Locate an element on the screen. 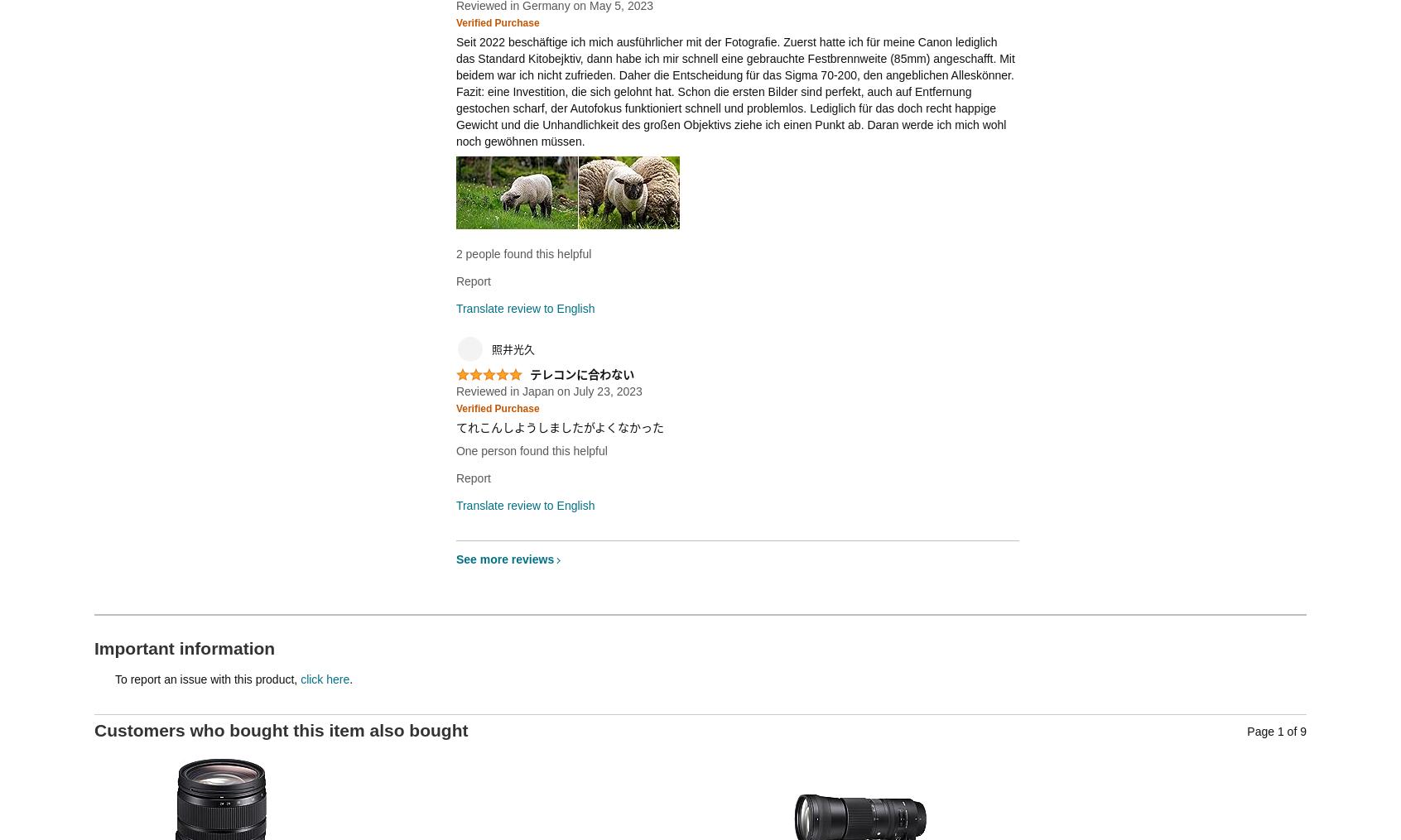 This screenshot has width=1401, height=840. '.' is located at coordinates (350, 679).